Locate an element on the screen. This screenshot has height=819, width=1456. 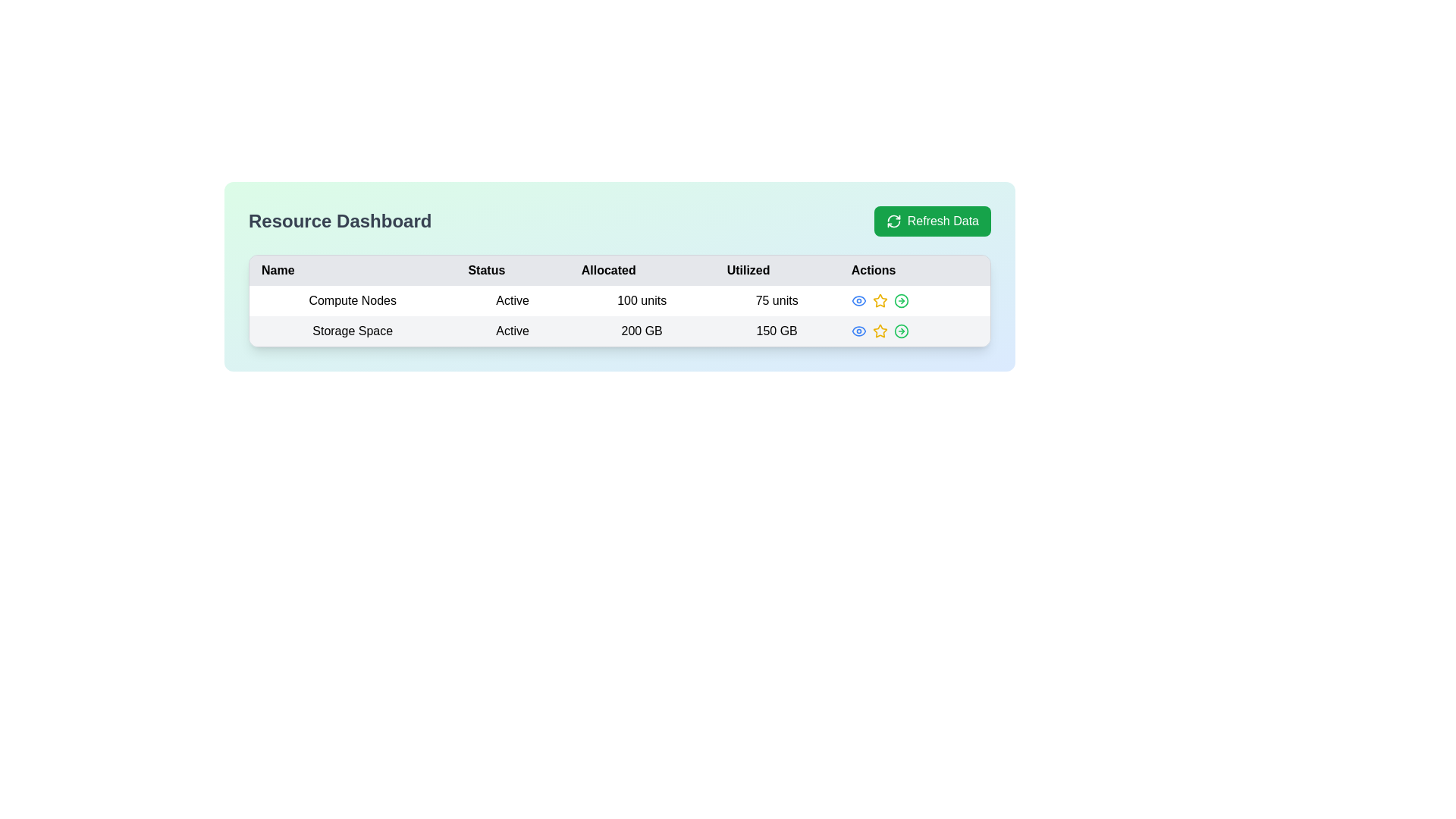
the rectangular green button with white text 'Refresh Data' and a refresh icon to refresh the data is located at coordinates (931, 221).